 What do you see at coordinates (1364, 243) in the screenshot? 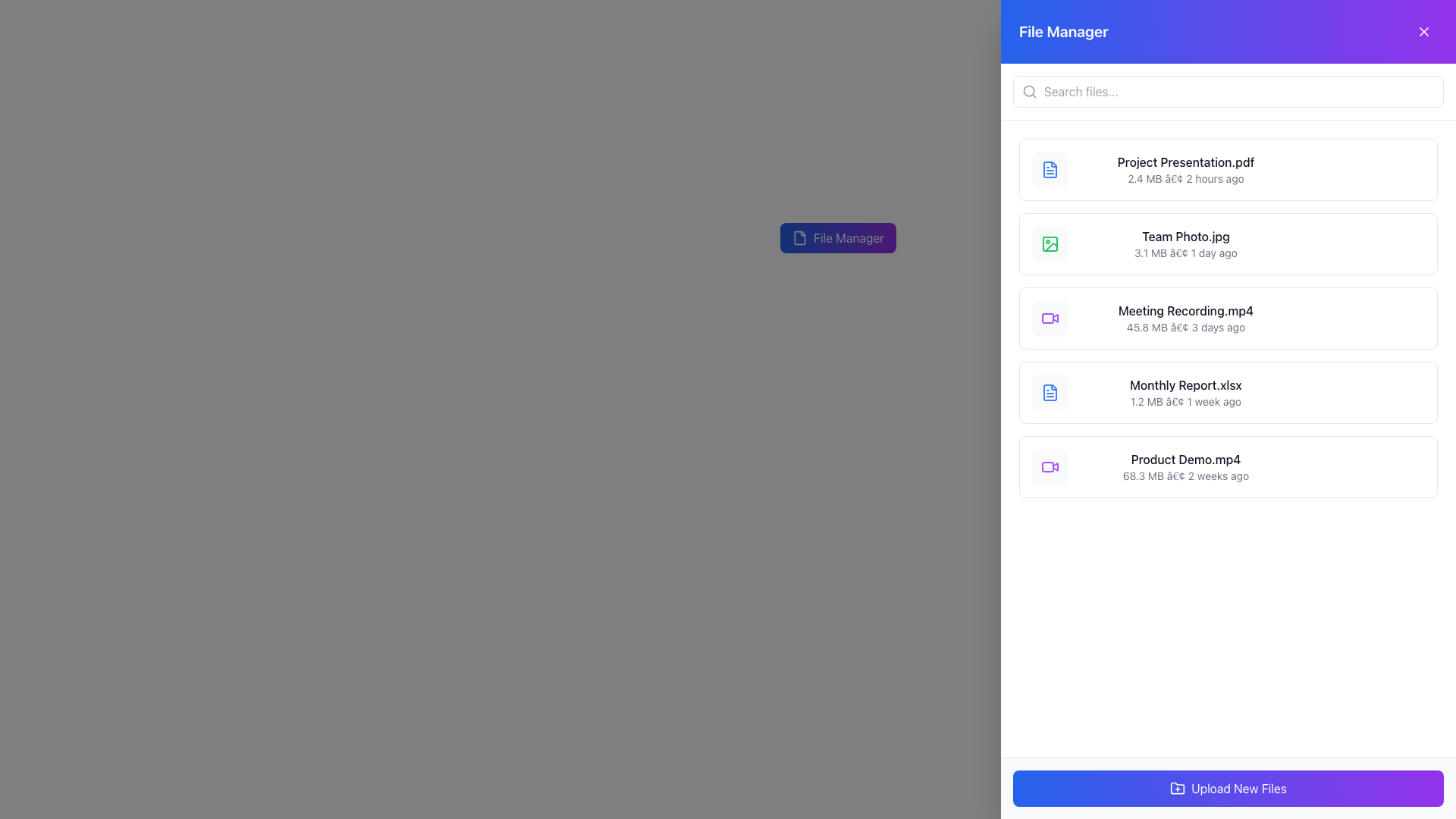
I see `the interactive button group for the 'Team Photo.jpg' file, located on the right side of its entry in the file manager interface` at bounding box center [1364, 243].